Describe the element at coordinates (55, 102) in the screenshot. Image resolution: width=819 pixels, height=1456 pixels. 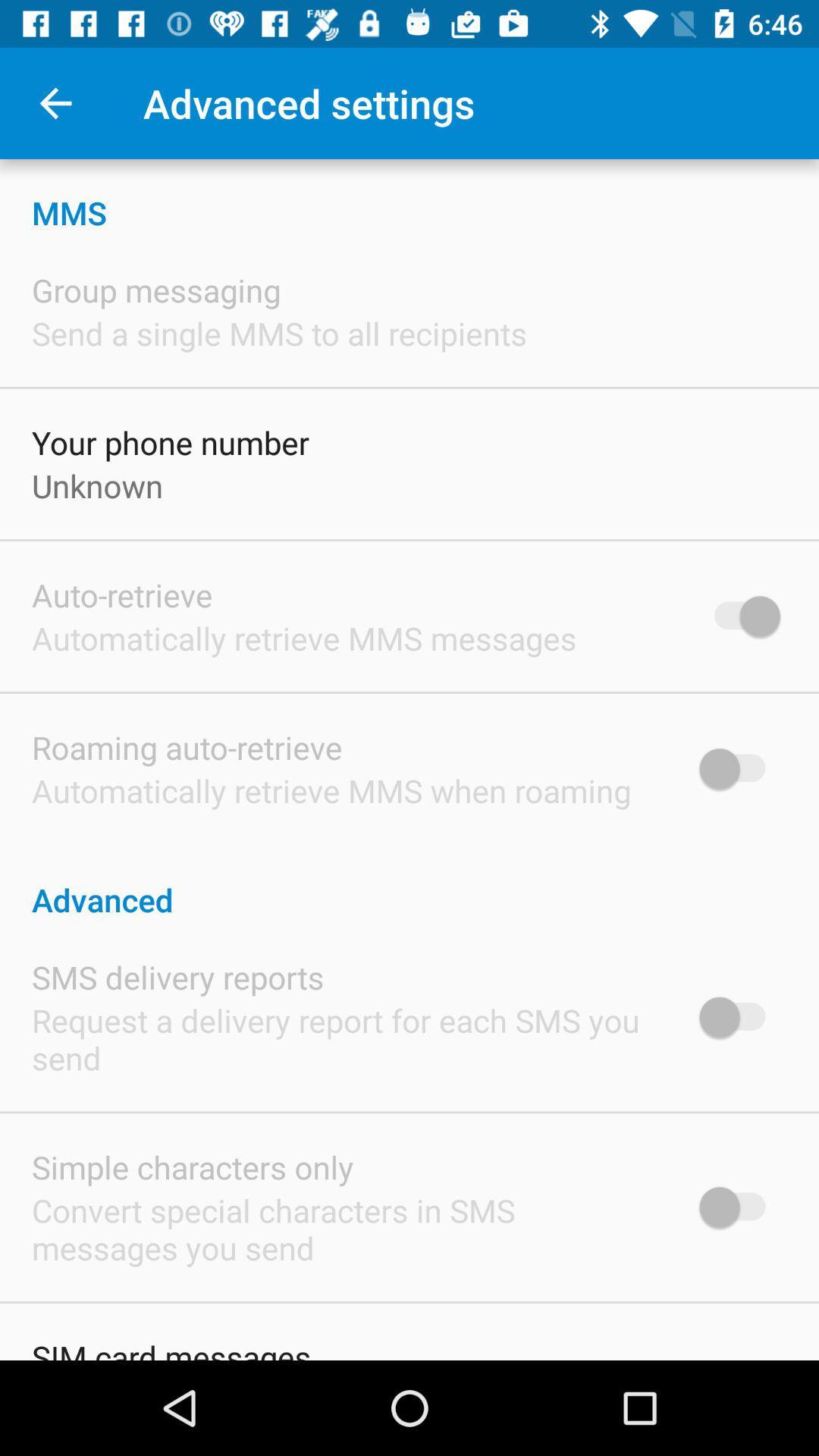
I see `icon to the left of the advanced settings` at that location.